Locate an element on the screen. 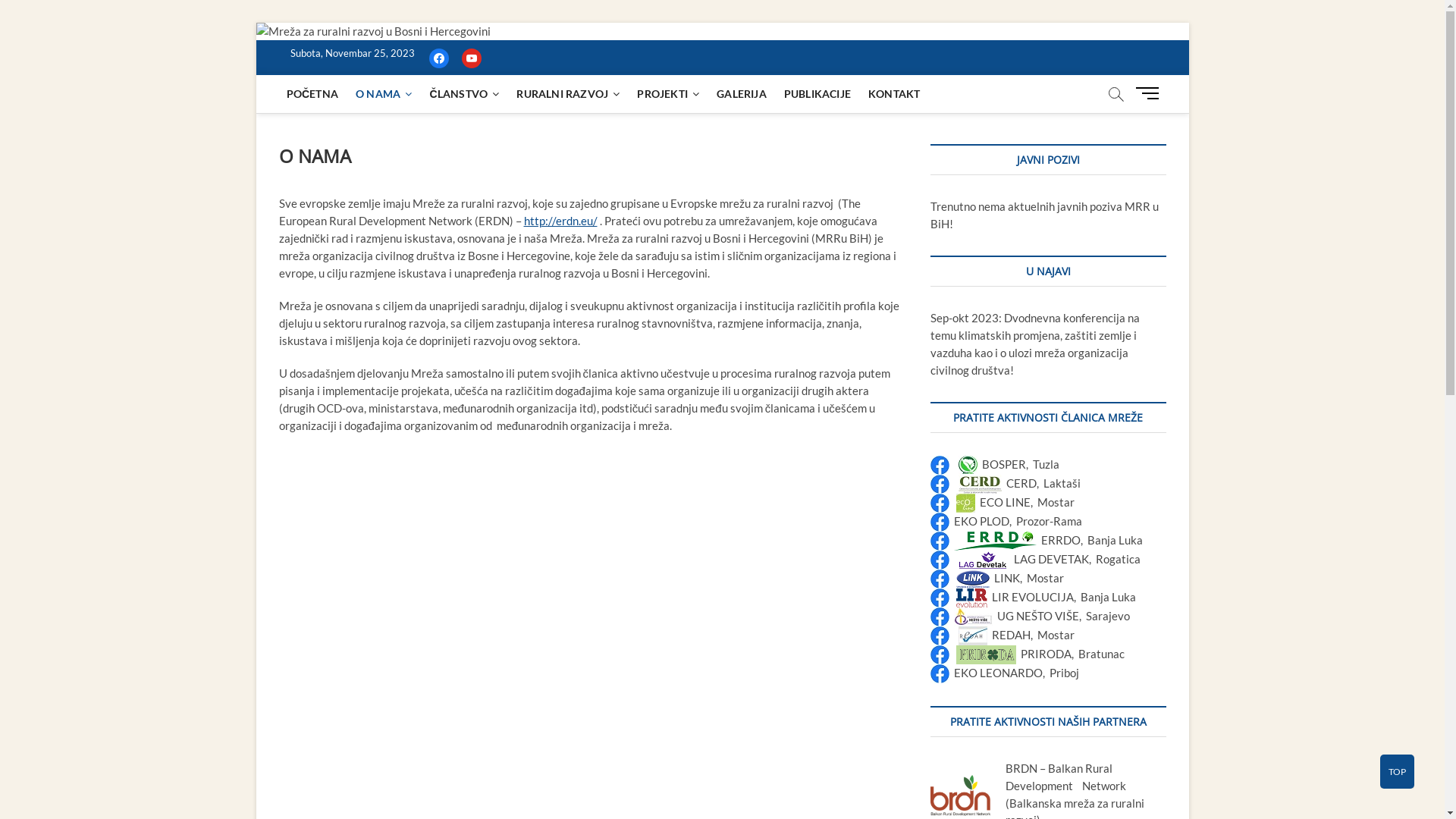  'O NAMA' is located at coordinates (383, 93).